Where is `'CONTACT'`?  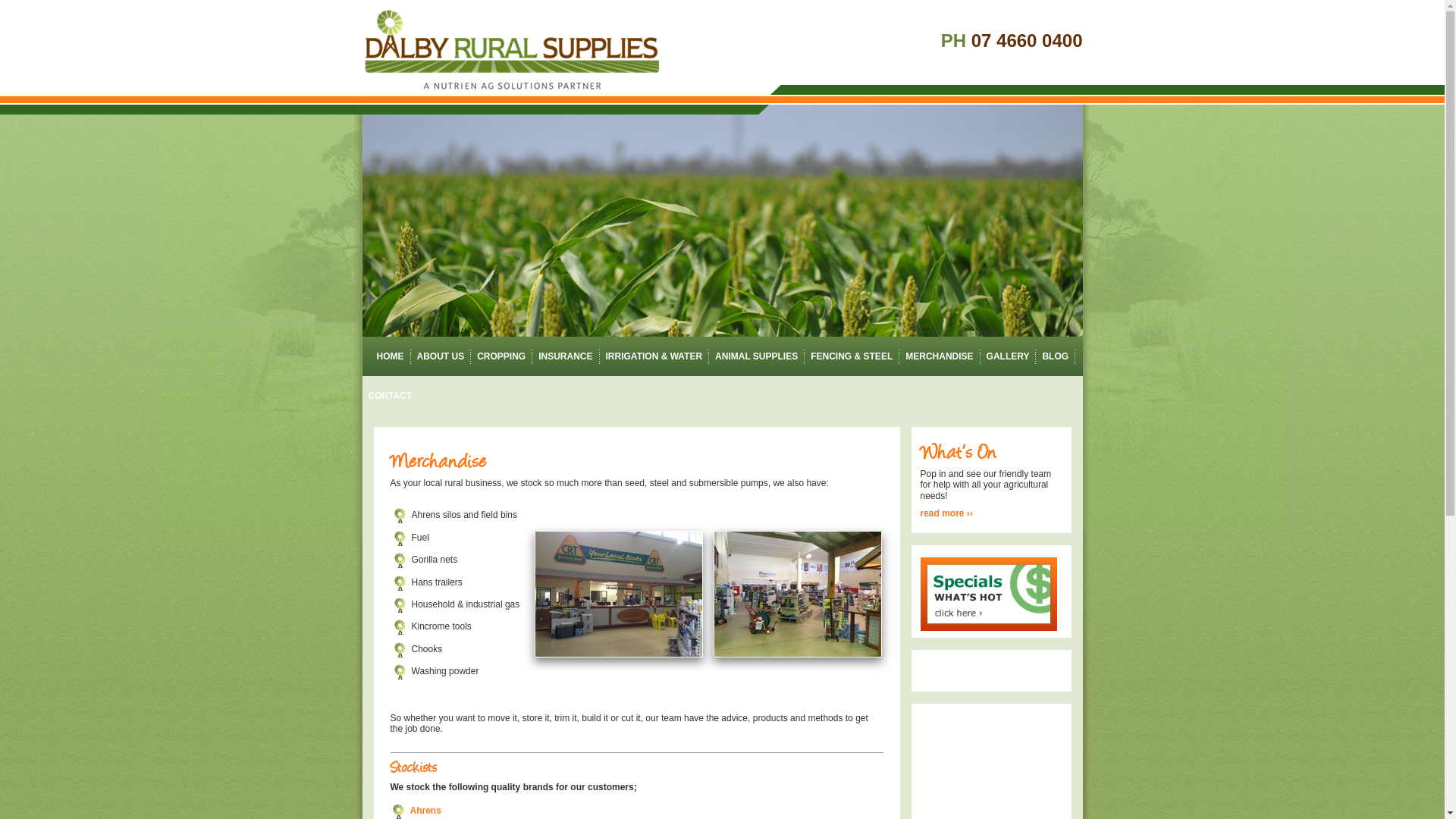 'CONTACT' is located at coordinates (390, 394).